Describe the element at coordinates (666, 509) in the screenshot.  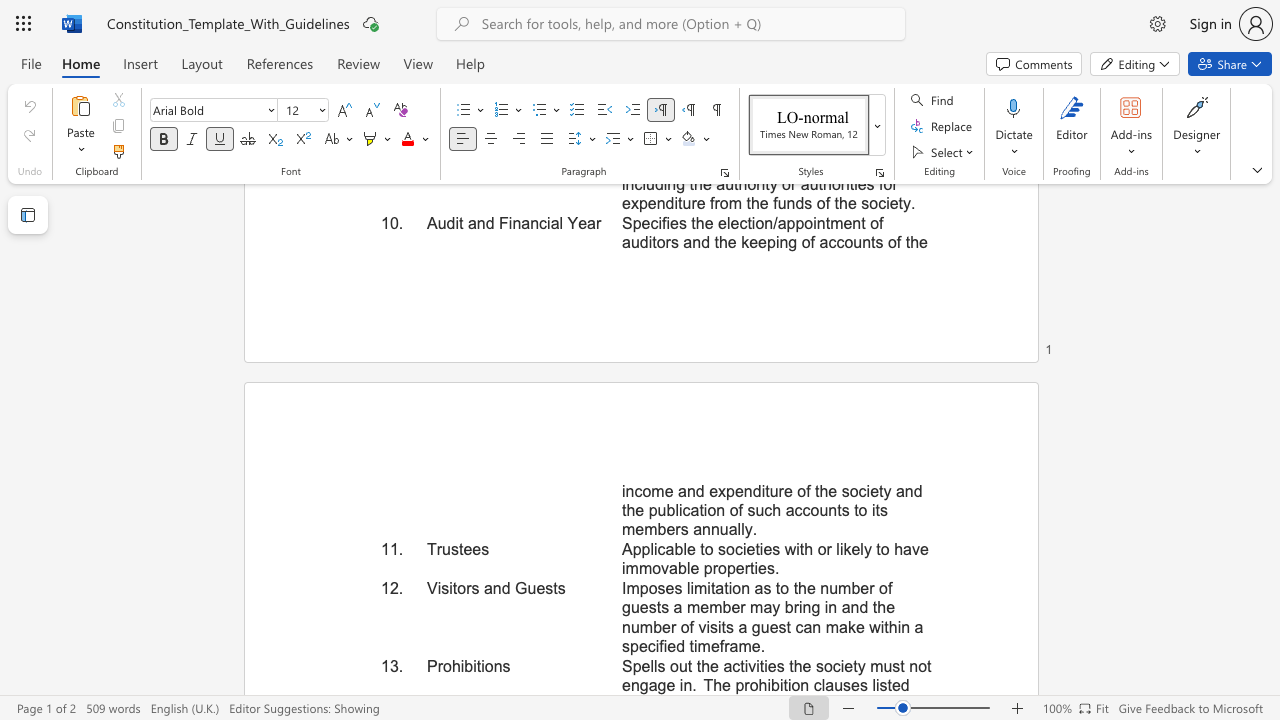
I see `the subset text "blication of such accoun" within the text "income and expenditure of the society and the publication of such accounts to its members annually."` at that location.